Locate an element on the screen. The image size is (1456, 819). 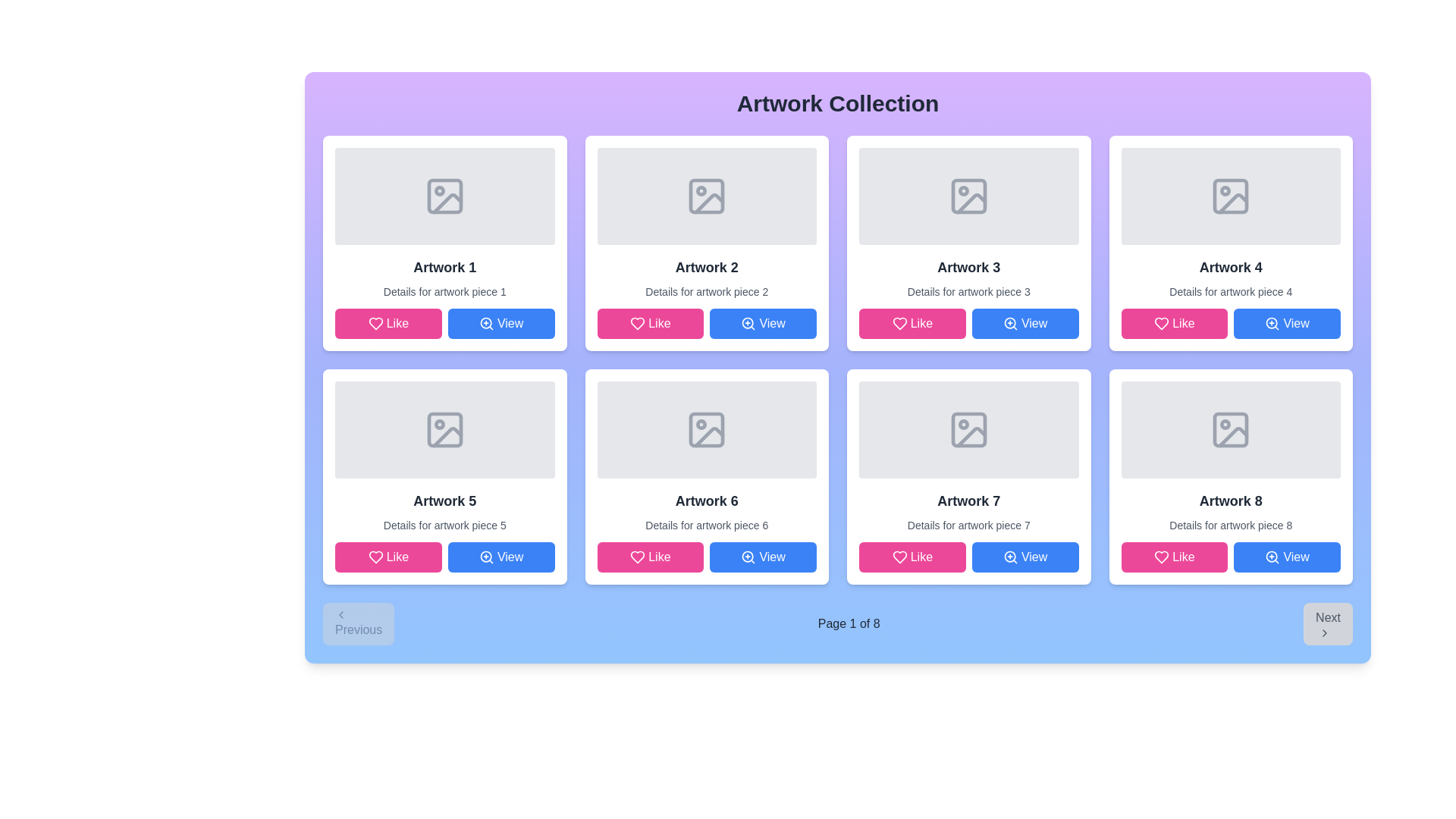
the zoom or detail view icon within the magnifying glass graphic located below the 'Artwork 2' card without direct interaction is located at coordinates (748, 322).